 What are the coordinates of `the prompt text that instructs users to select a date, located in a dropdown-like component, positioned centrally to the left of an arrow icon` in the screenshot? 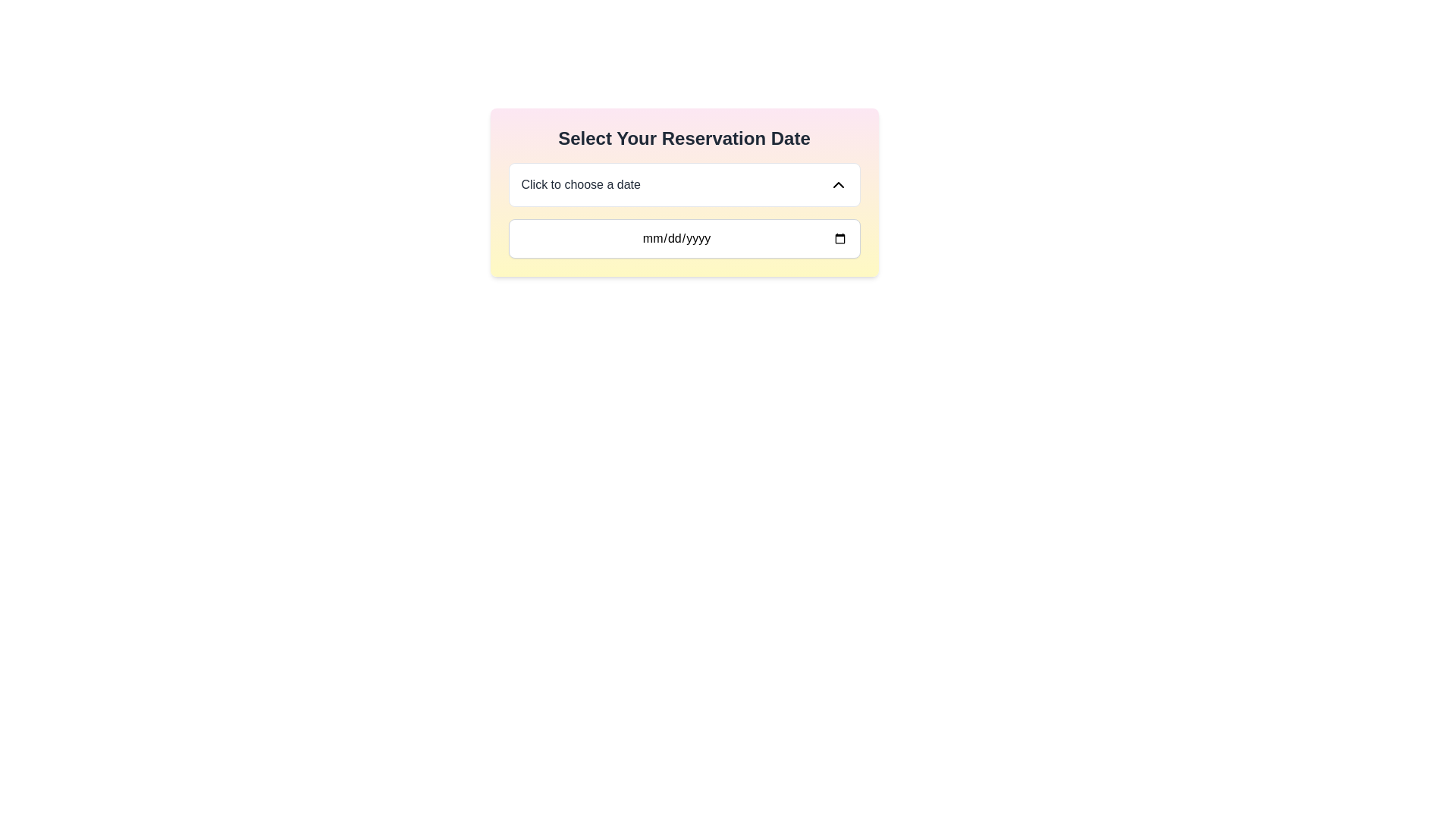 It's located at (580, 184).